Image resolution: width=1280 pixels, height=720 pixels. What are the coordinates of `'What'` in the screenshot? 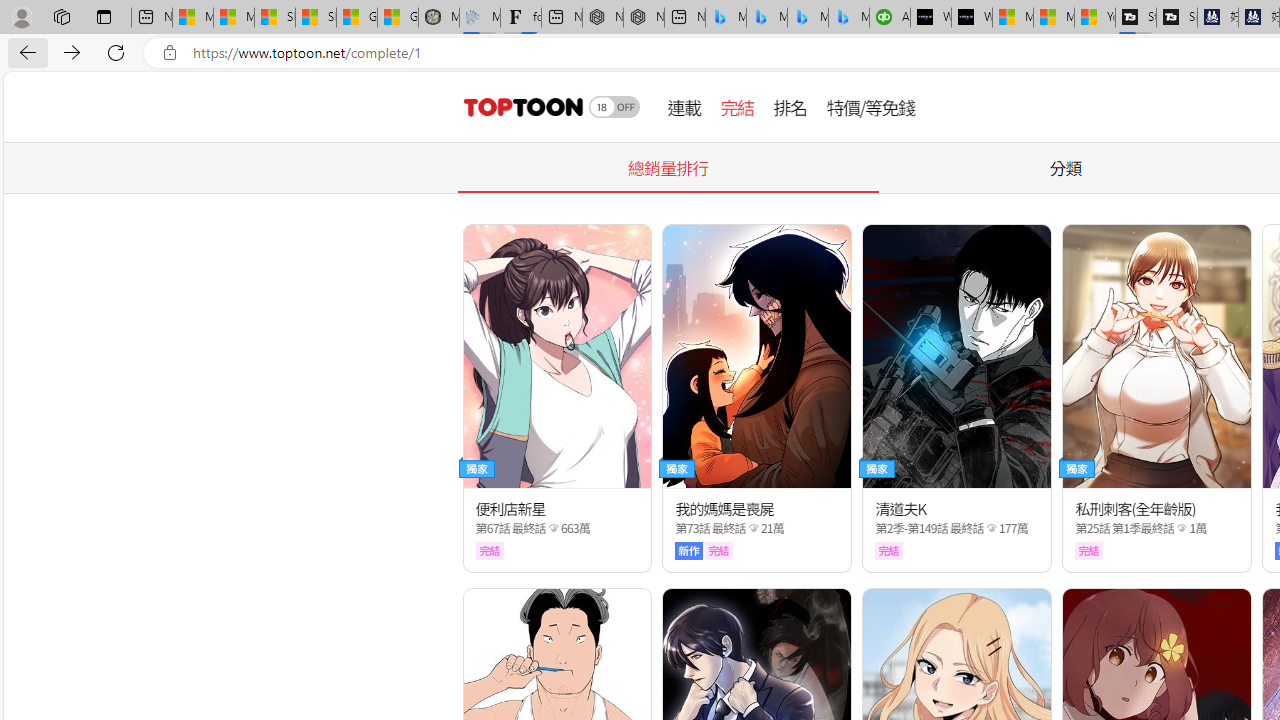 It's located at (972, 17).